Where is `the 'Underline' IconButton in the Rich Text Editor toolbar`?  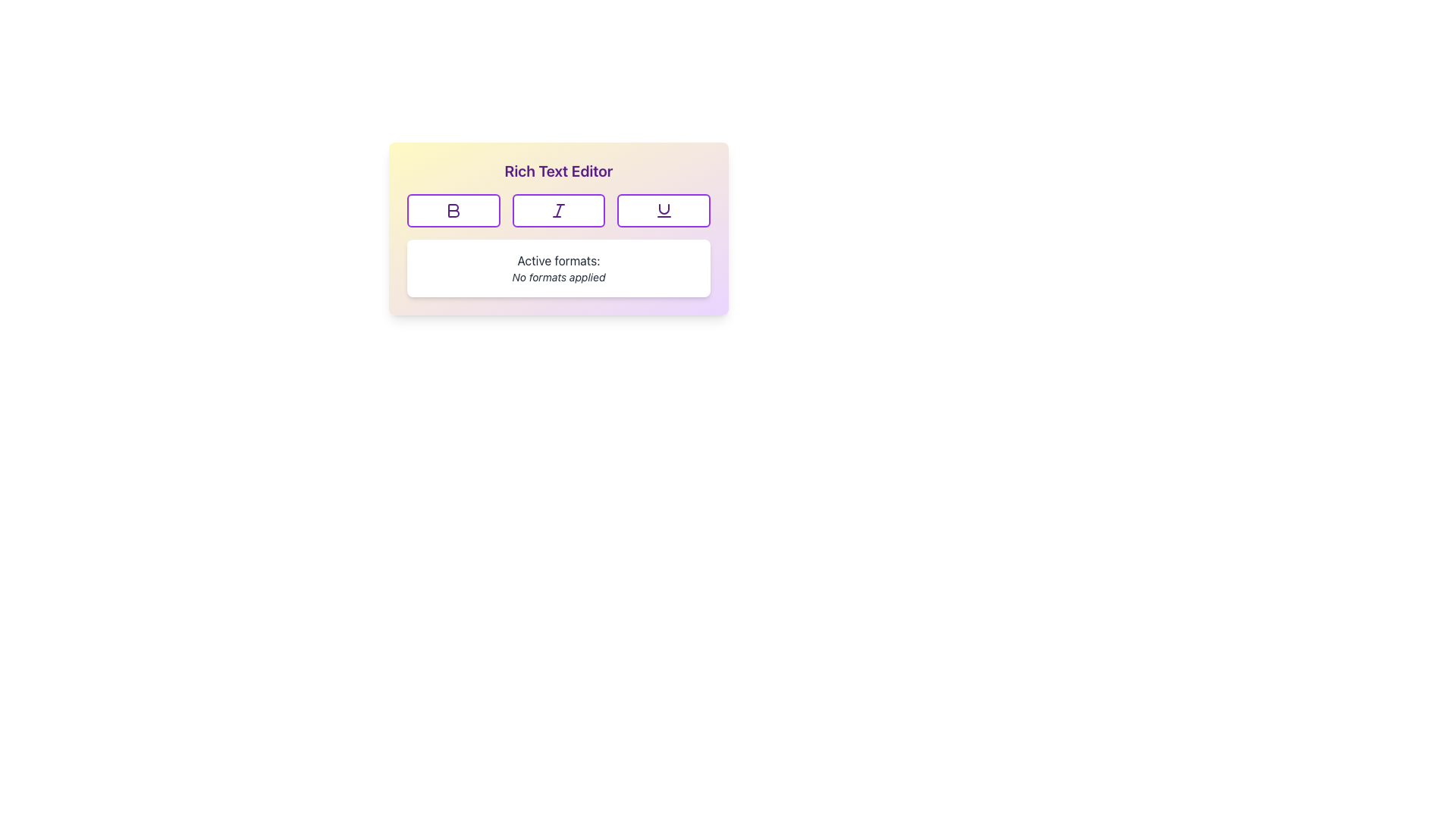 the 'Underline' IconButton in the Rich Text Editor toolbar is located at coordinates (664, 210).